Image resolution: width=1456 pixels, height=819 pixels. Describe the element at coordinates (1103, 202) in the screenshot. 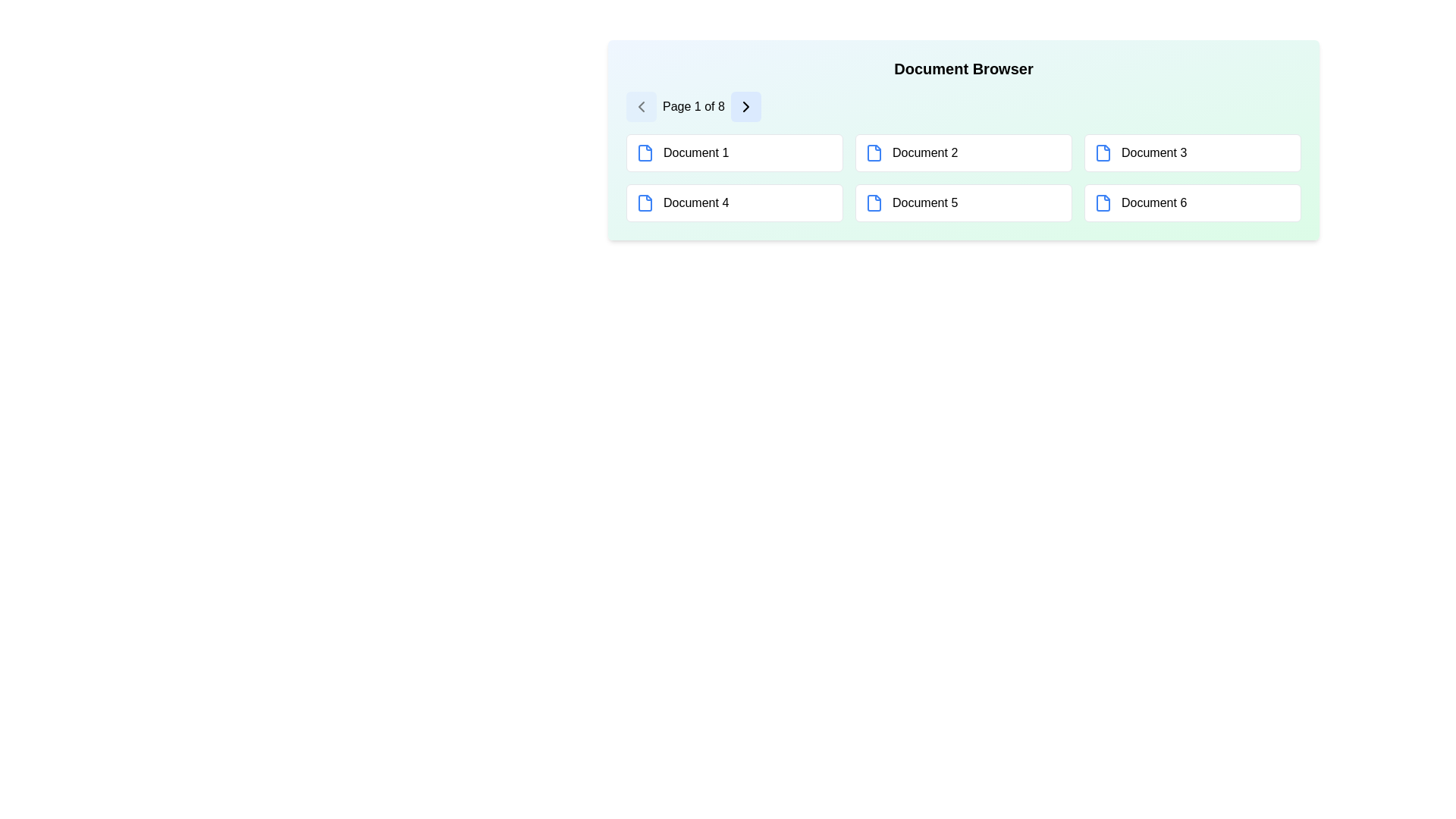

I see `the file document icon outlined with strong lines and filled with a blue shade, located in the 'Document Browser' section under 'Document 6'` at that location.